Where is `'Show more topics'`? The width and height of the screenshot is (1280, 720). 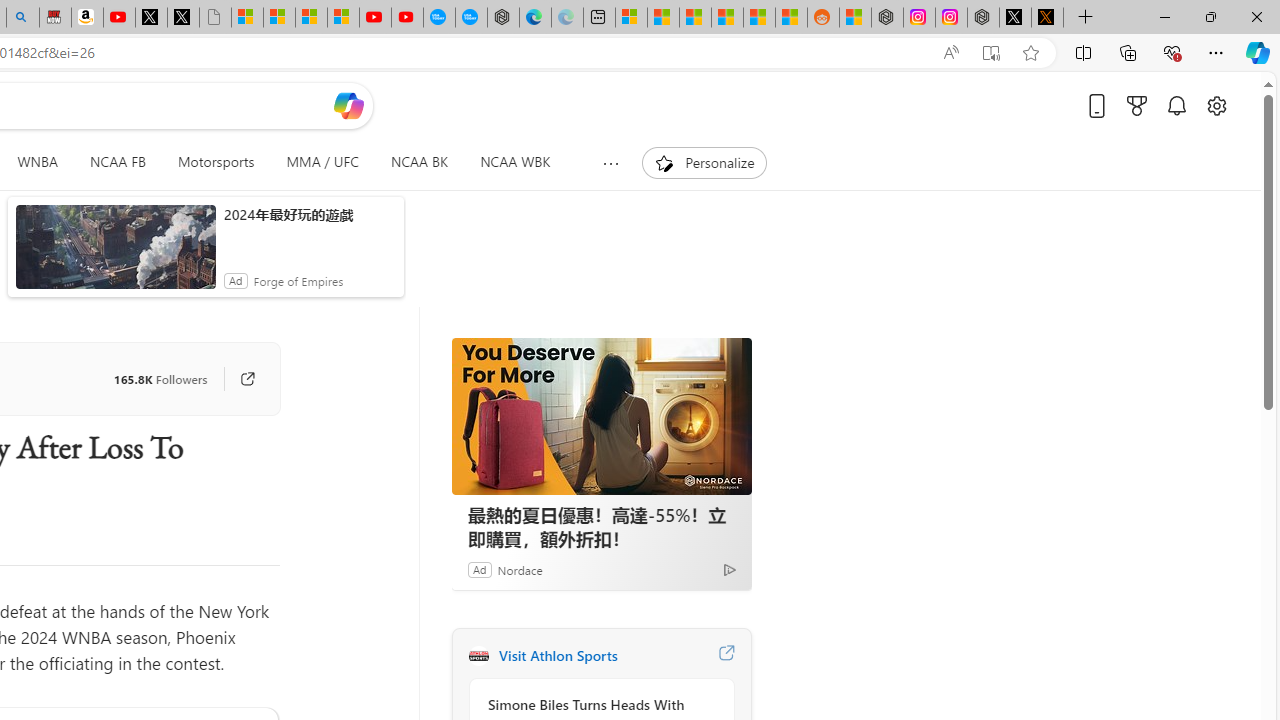
'Show more topics' is located at coordinates (610, 162).